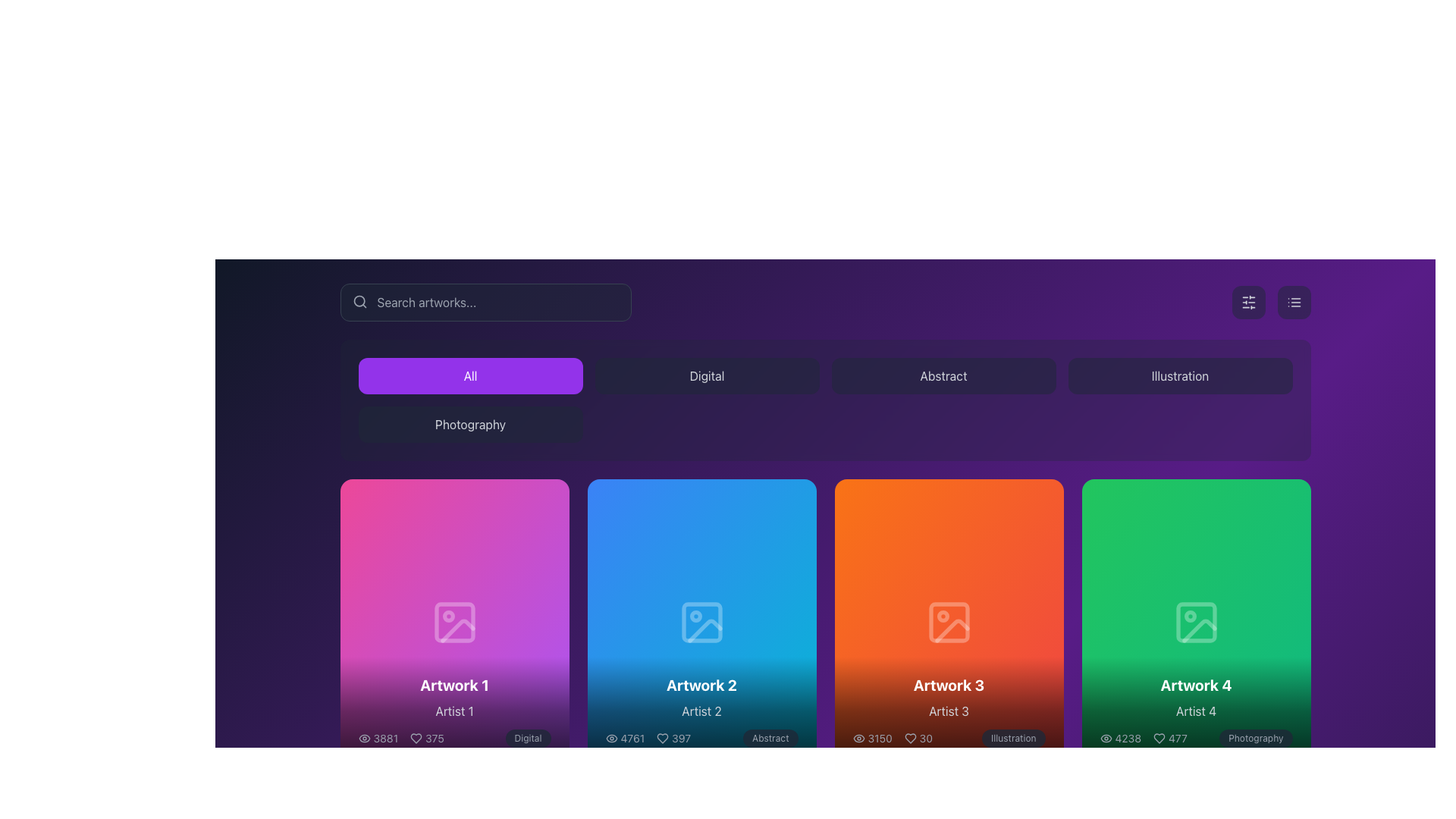 The image size is (1456, 819). What do you see at coordinates (453, 685) in the screenshot?
I see `the text label 'Artwork 1', which is styled in bold white font and located at the bottom of the first card with a gradient pink and purple background` at bounding box center [453, 685].